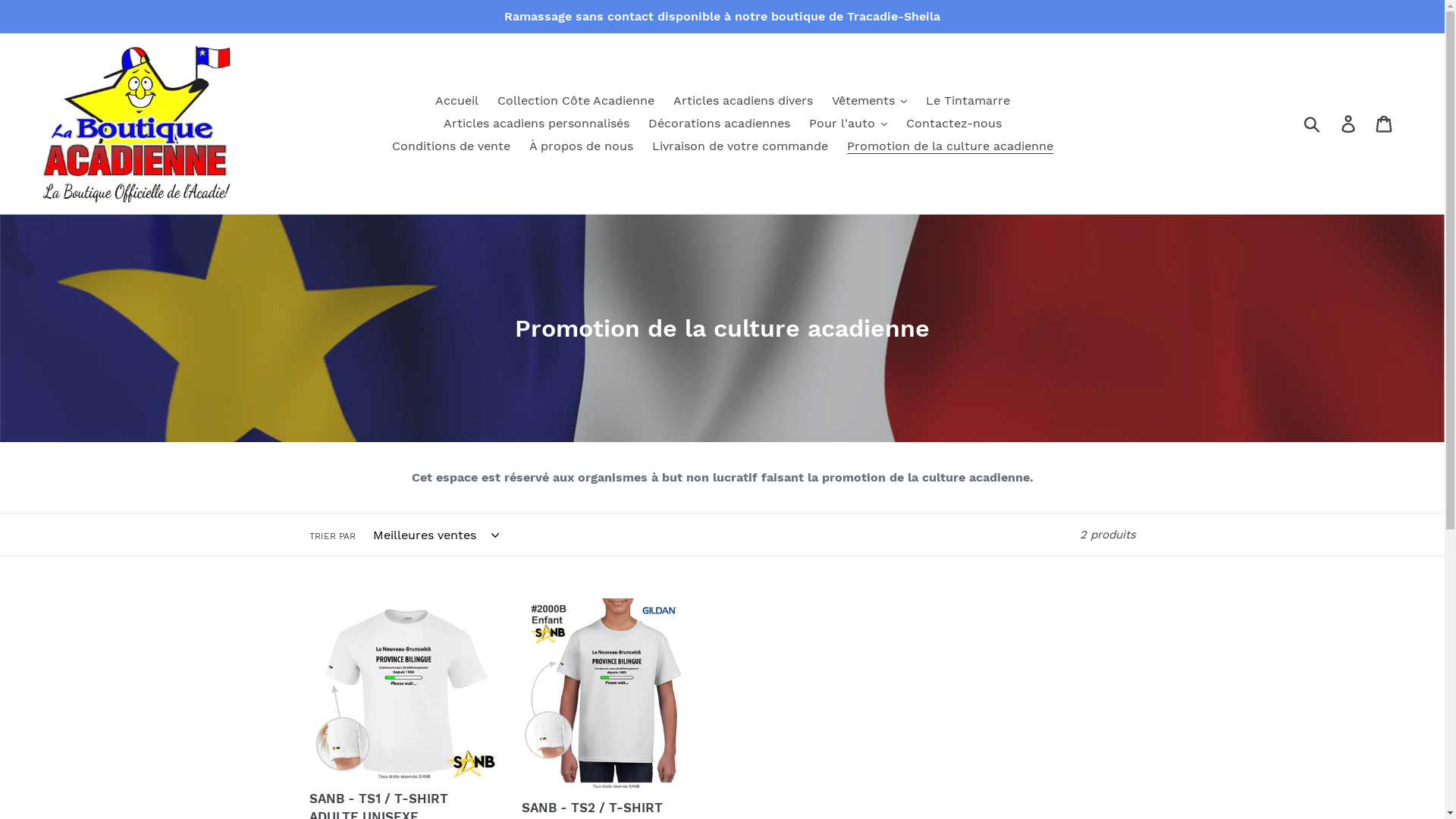 This screenshot has width=1456, height=819. What do you see at coordinates (916, 100) in the screenshot?
I see `'Le Tintamarre'` at bounding box center [916, 100].